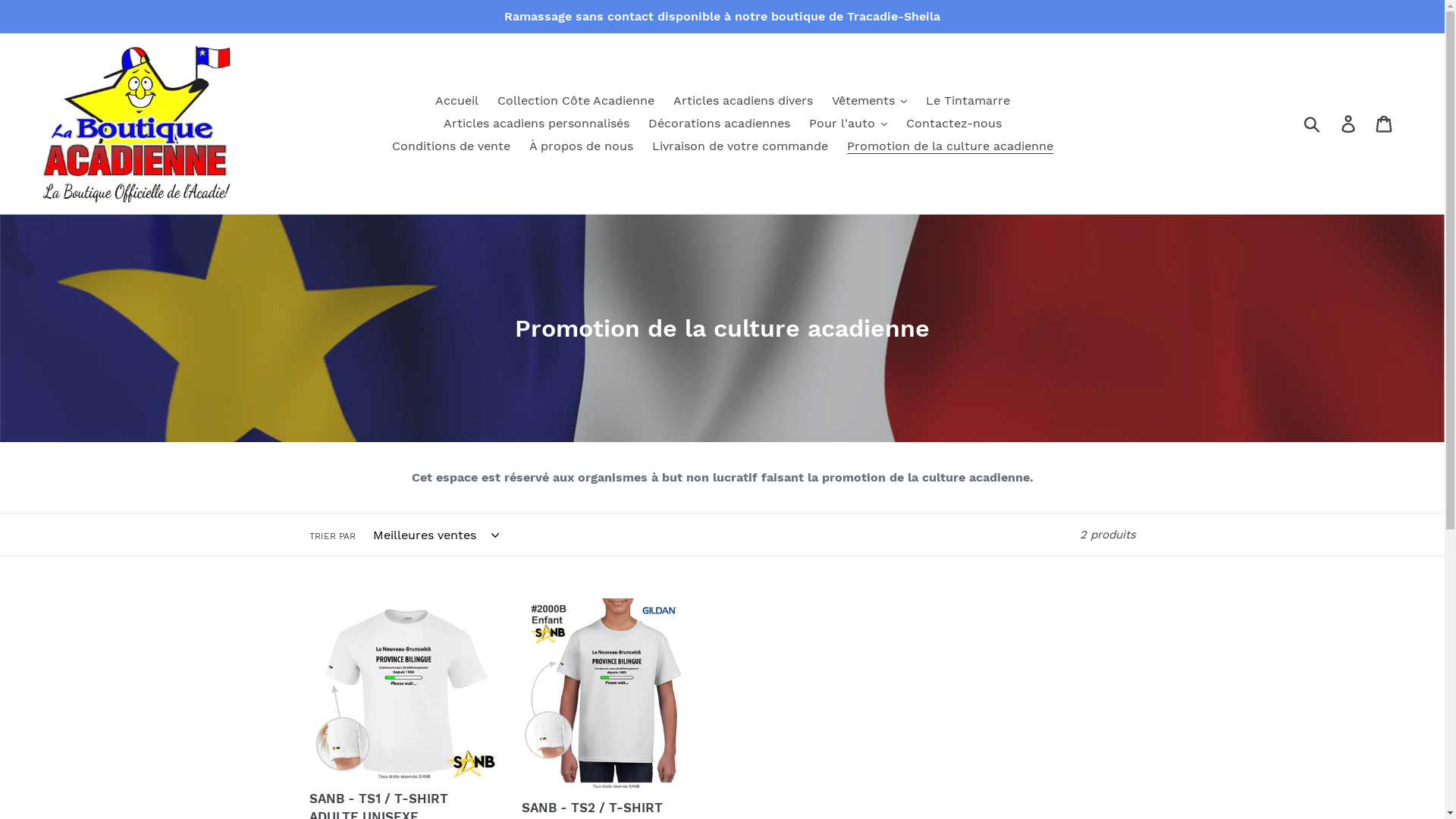 This screenshot has width=1456, height=819. What do you see at coordinates (916, 100) in the screenshot?
I see `'Le Tintamarre'` at bounding box center [916, 100].